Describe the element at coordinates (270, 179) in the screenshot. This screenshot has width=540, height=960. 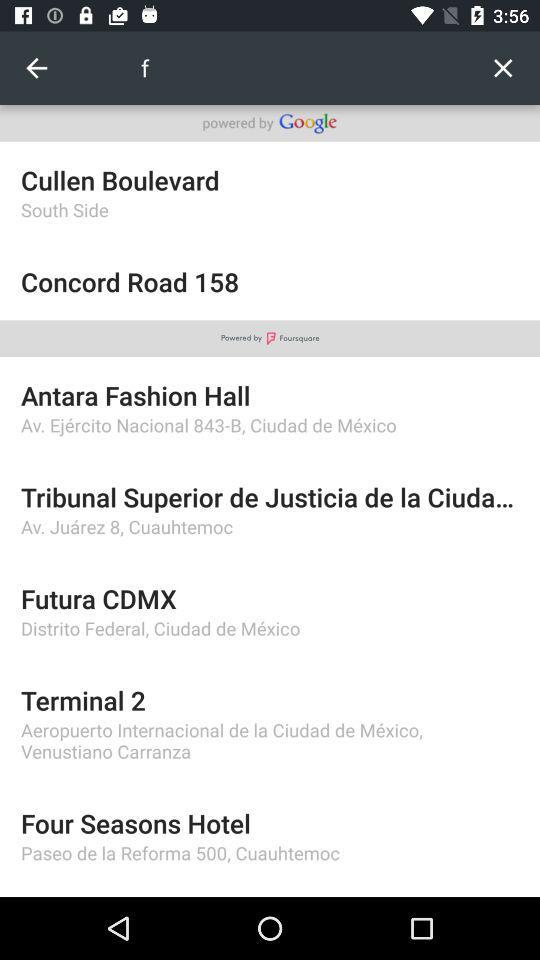
I see `cullen boulevard app` at that location.